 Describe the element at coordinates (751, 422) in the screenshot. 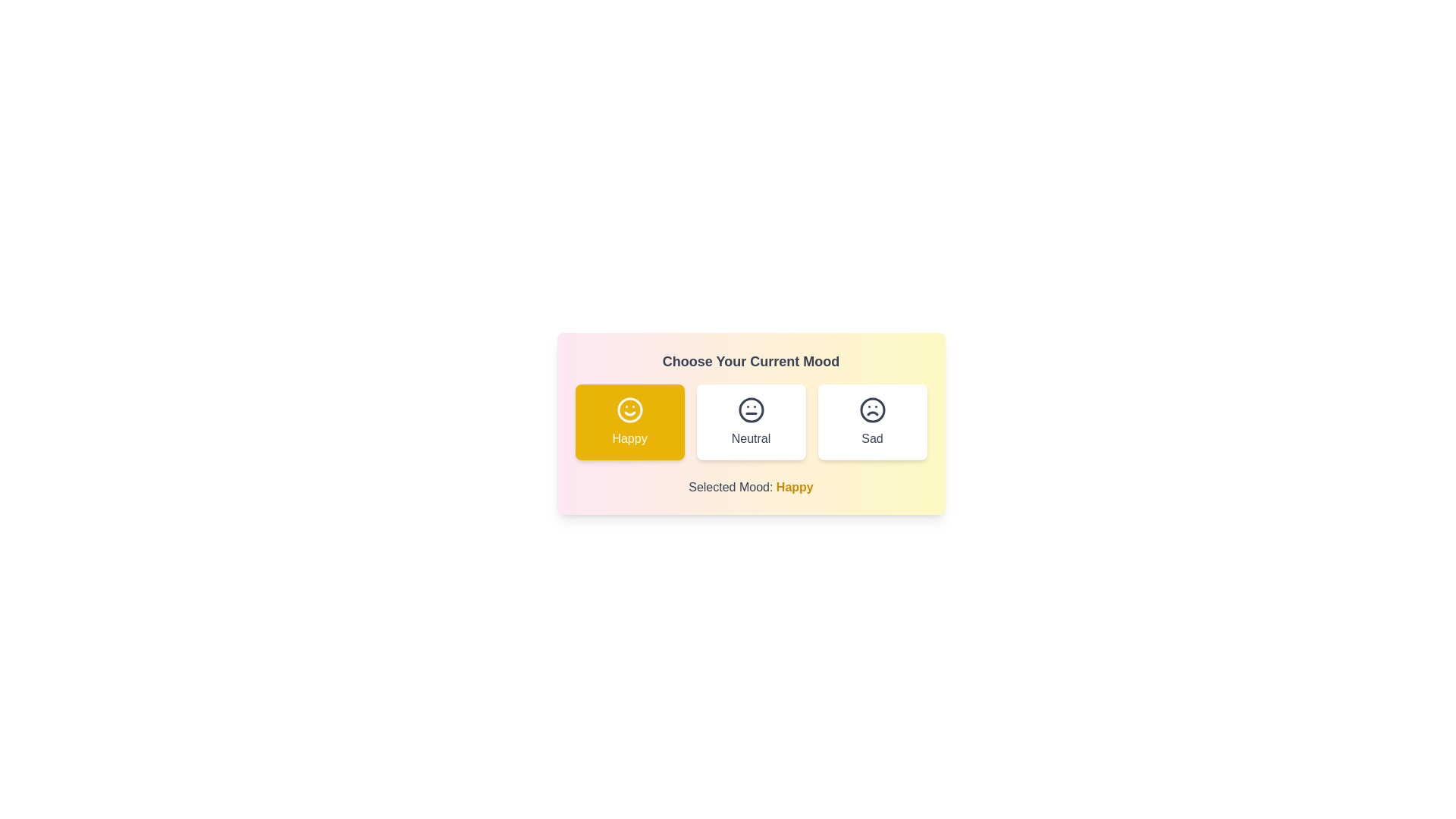

I see `the mood button corresponding to neutral` at that location.